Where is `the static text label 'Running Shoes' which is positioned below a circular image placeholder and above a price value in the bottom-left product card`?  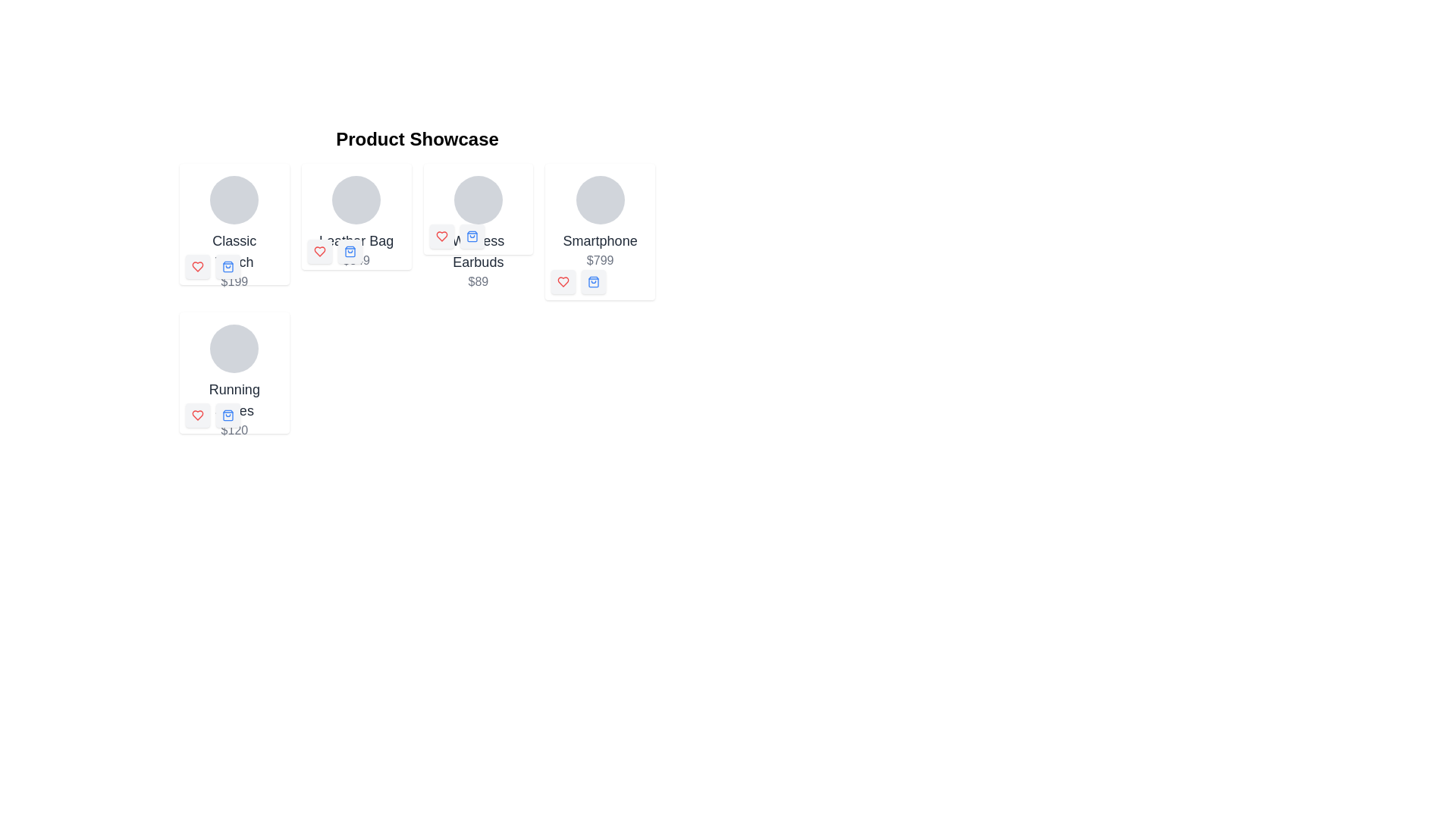
the static text label 'Running Shoes' which is positioned below a circular image placeholder and above a price value in the bottom-left product card is located at coordinates (234, 400).